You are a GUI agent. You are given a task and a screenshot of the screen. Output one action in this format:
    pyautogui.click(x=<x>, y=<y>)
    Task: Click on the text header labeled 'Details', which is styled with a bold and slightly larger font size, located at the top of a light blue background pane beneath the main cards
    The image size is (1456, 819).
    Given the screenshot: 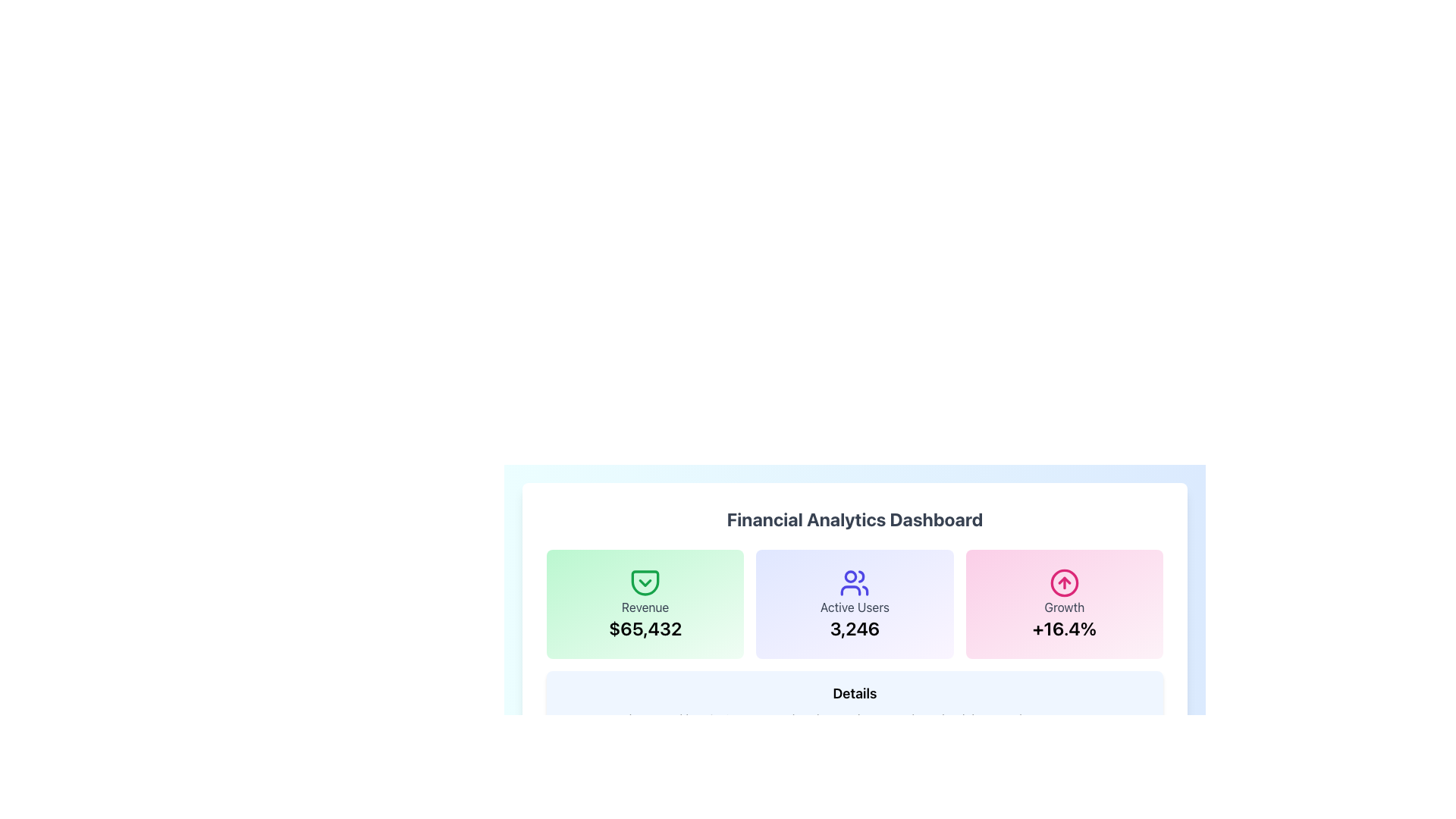 What is the action you would take?
    pyautogui.click(x=855, y=693)
    